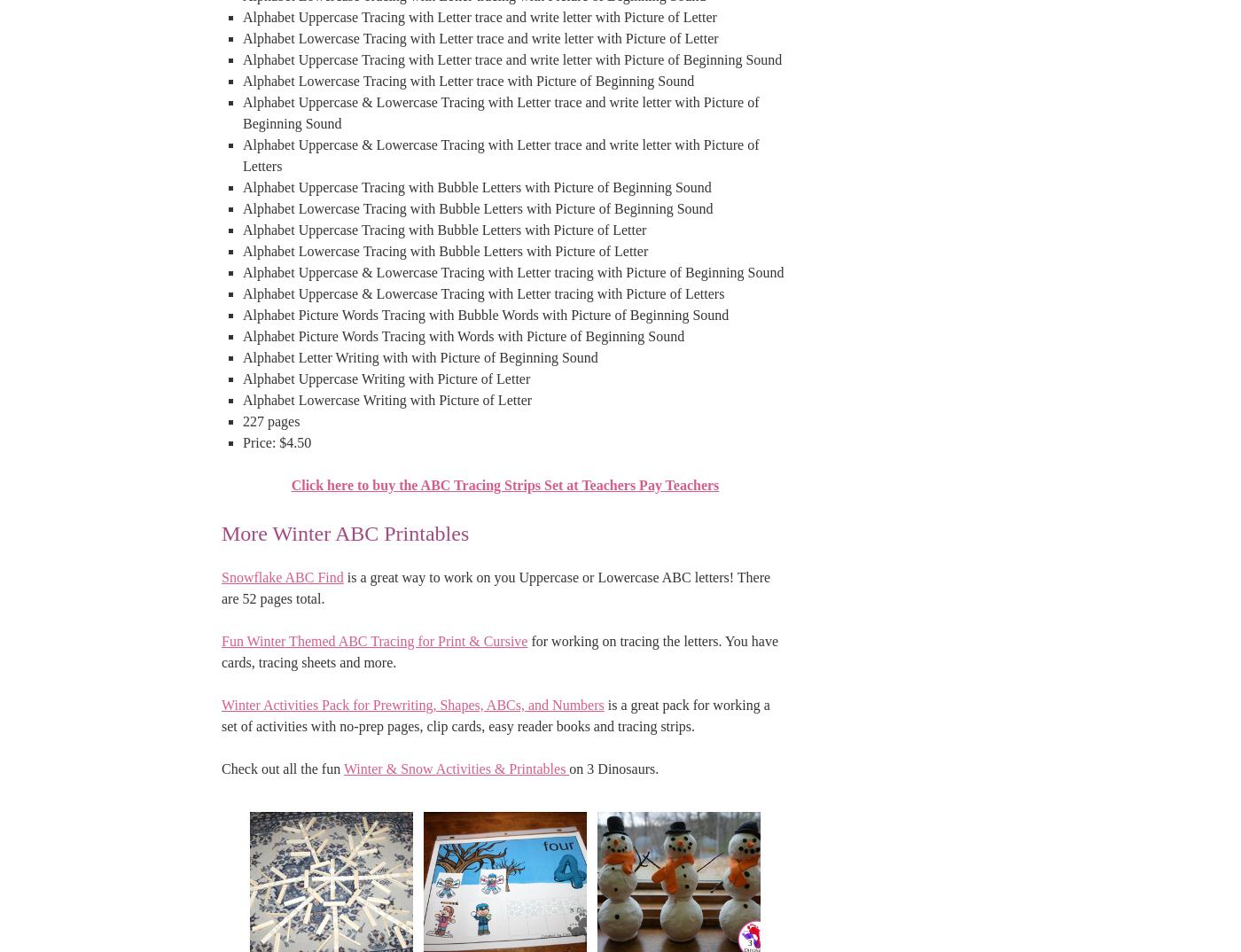  Describe the element at coordinates (512, 59) in the screenshot. I see `'Alphabet Uppercase Tracing with Letter trace and write letter with Picture of Beginning Sound'` at that location.